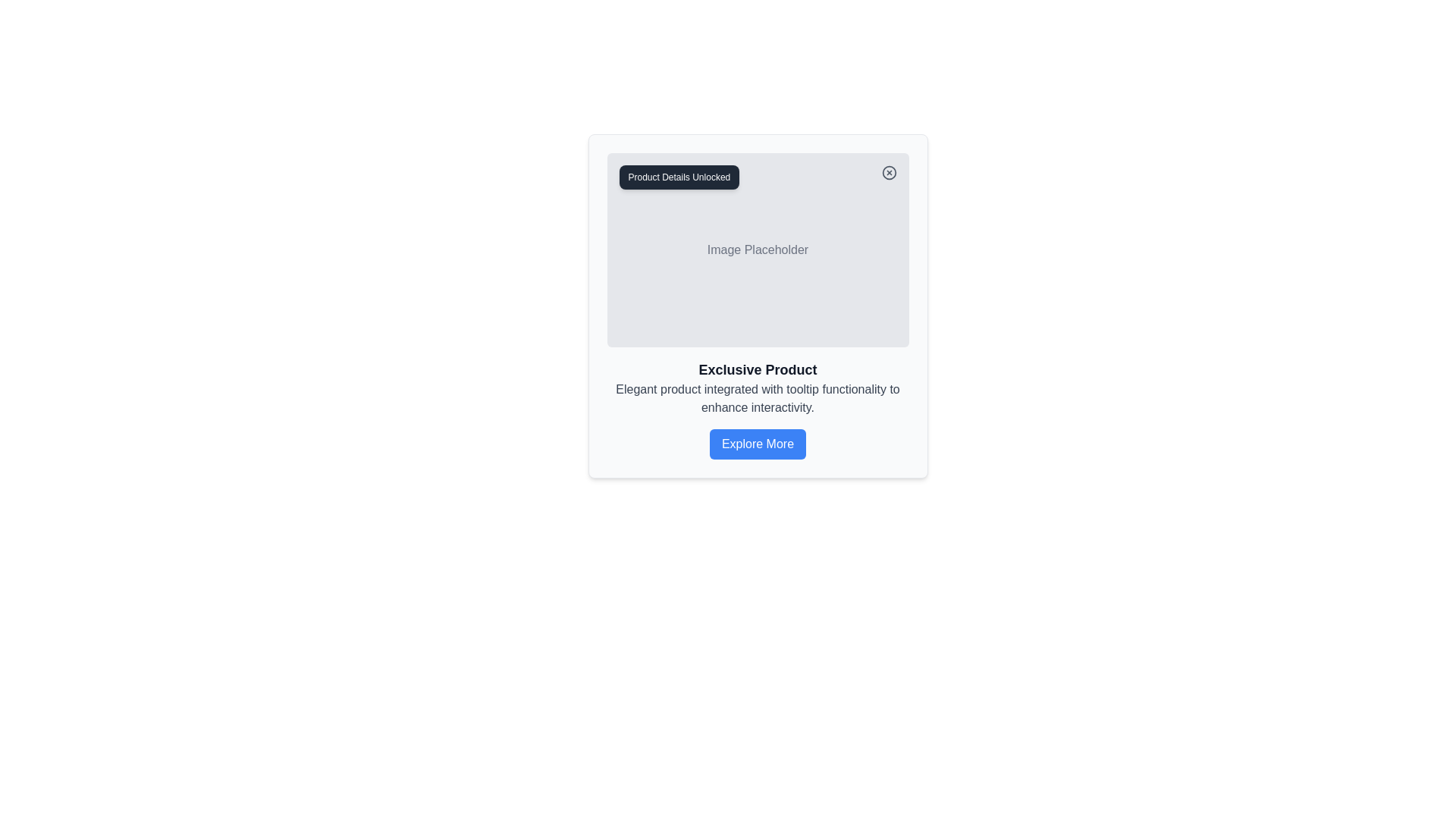 This screenshot has height=819, width=1456. What do you see at coordinates (758, 370) in the screenshot?
I see `text from the 'Exclusive Product' label, which is prominently displayed in a bold, large font below an image placeholder` at bounding box center [758, 370].